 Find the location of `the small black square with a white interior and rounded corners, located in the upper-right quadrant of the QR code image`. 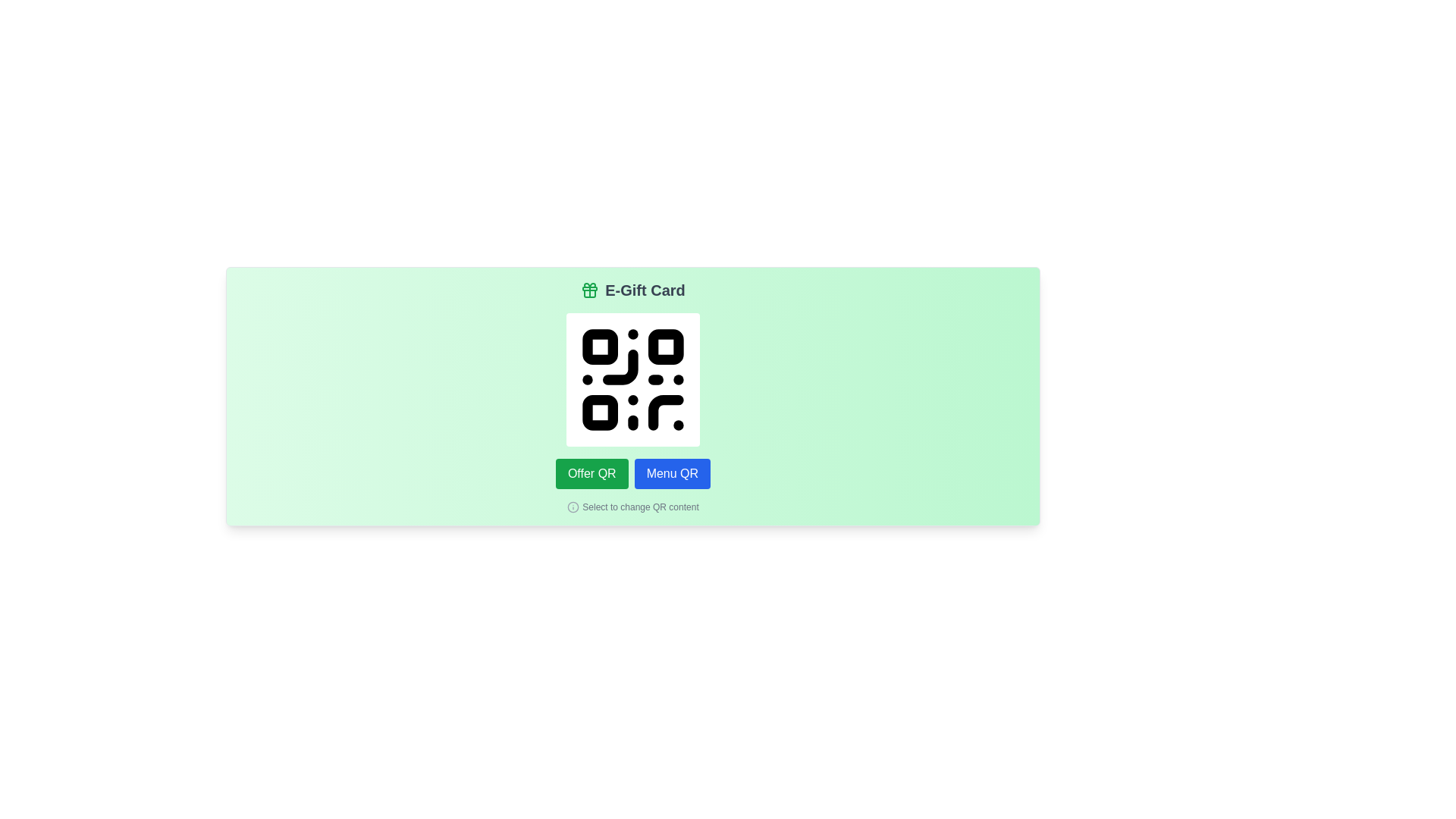

the small black square with a white interior and rounded corners, located in the upper-right quadrant of the QR code image is located at coordinates (666, 347).